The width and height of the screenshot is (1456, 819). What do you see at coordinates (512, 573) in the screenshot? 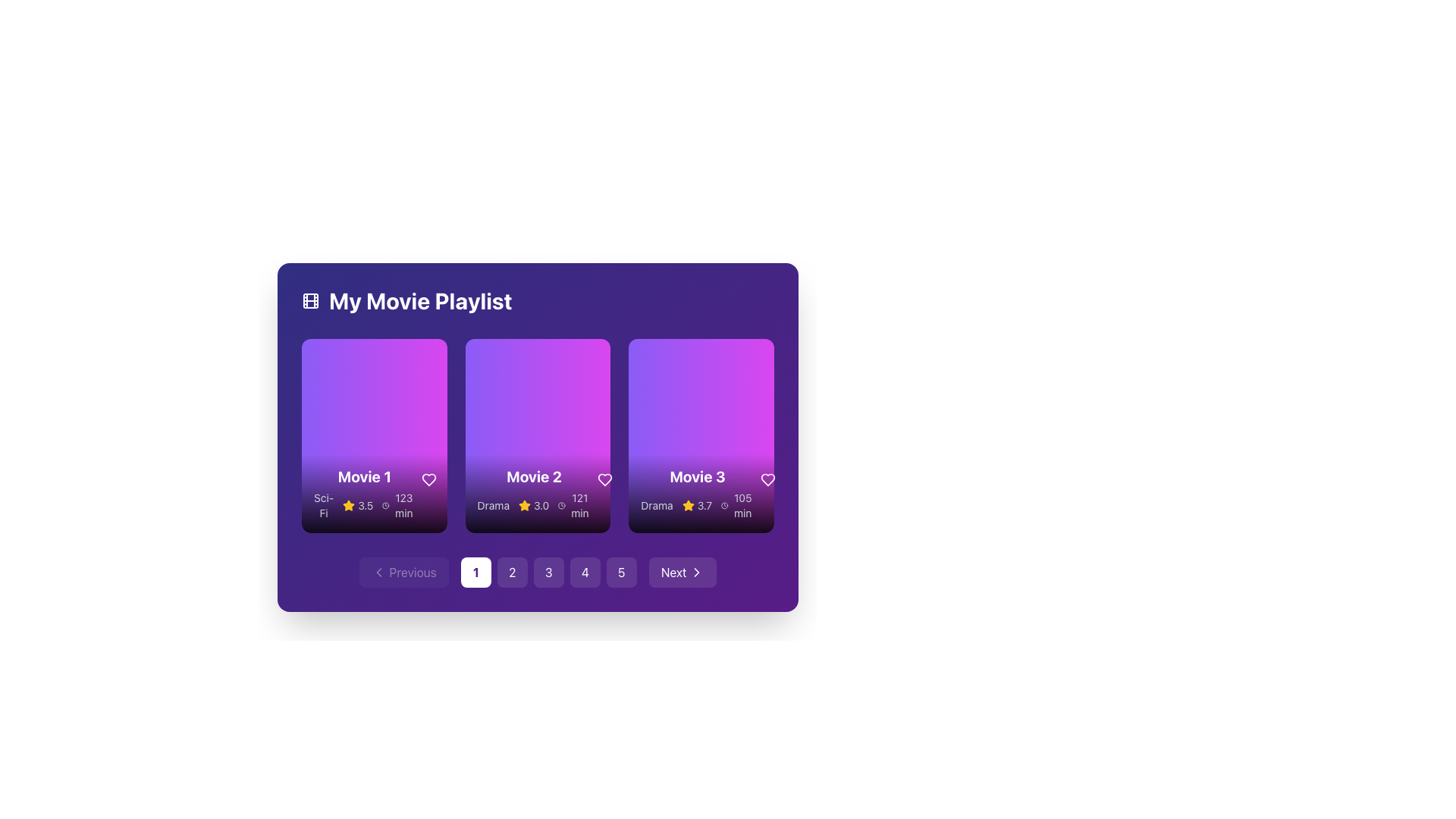
I see `the second pagination button for navigating to the second page of the movie playlist` at bounding box center [512, 573].